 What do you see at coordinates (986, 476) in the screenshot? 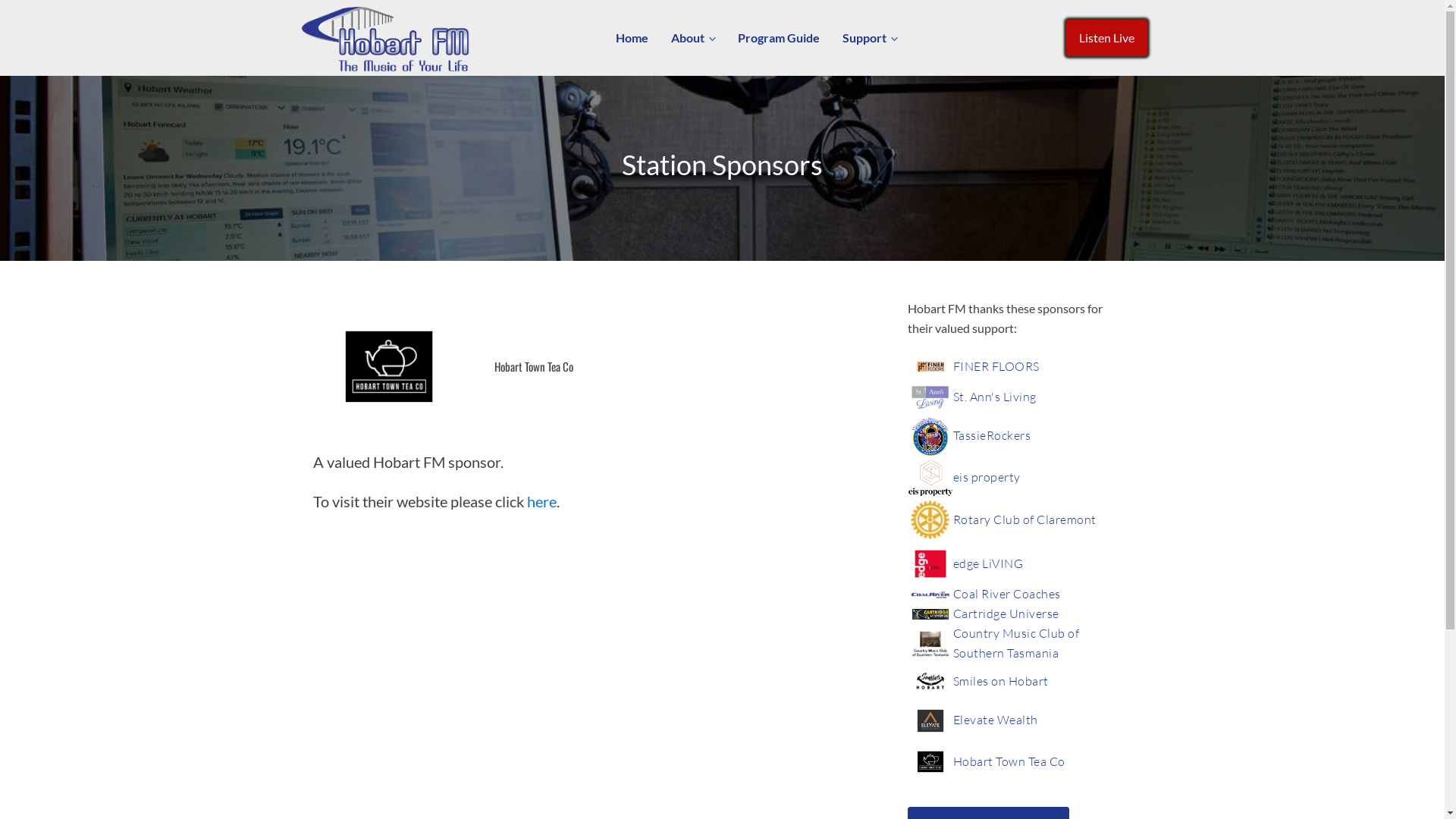
I see `'eis property'` at bounding box center [986, 476].